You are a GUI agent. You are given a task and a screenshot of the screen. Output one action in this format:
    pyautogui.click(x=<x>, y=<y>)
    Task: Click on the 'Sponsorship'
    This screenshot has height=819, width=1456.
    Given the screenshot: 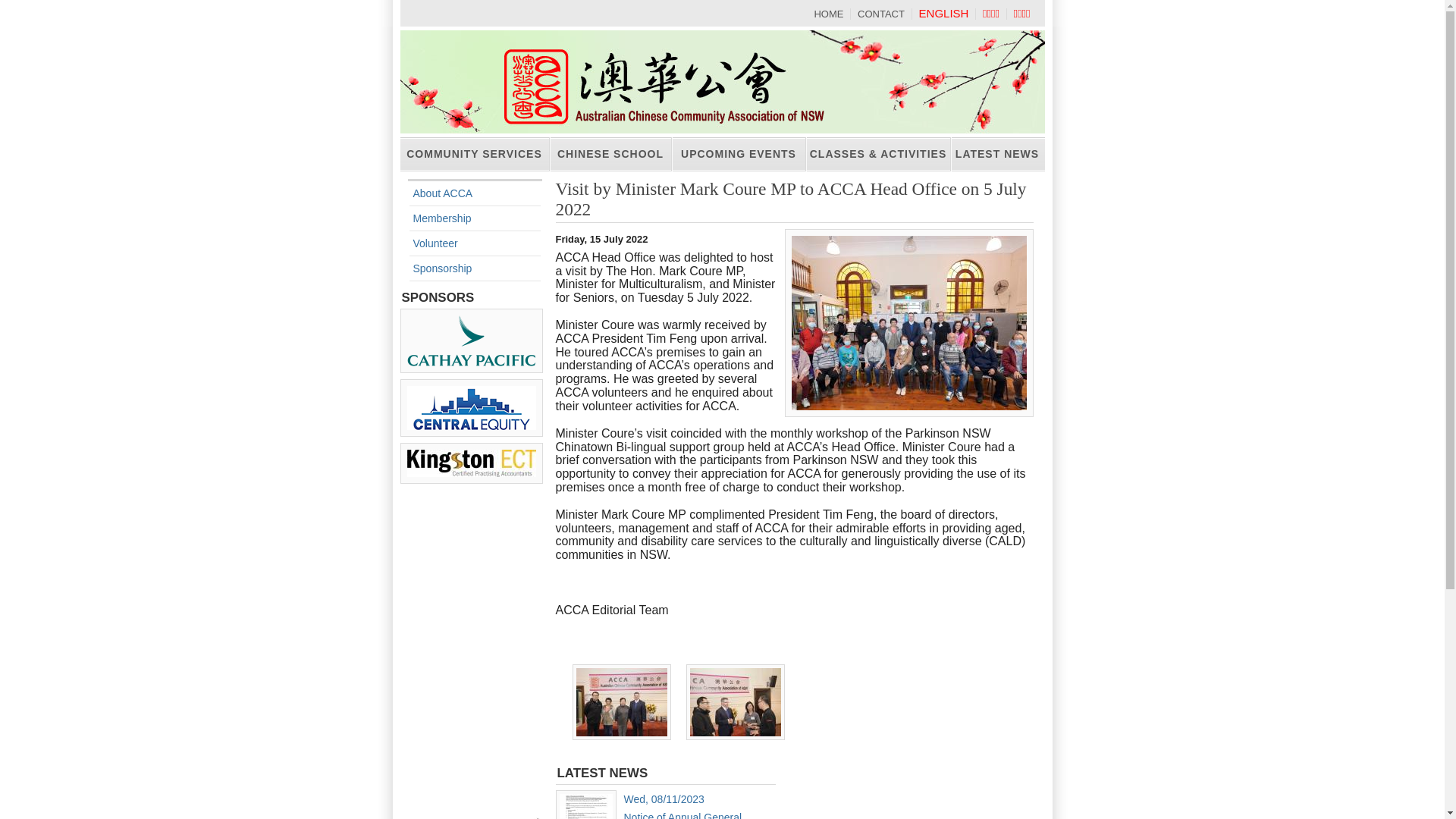 What is the action you would take?
    pyautogui.click(x=441, y=268)
    